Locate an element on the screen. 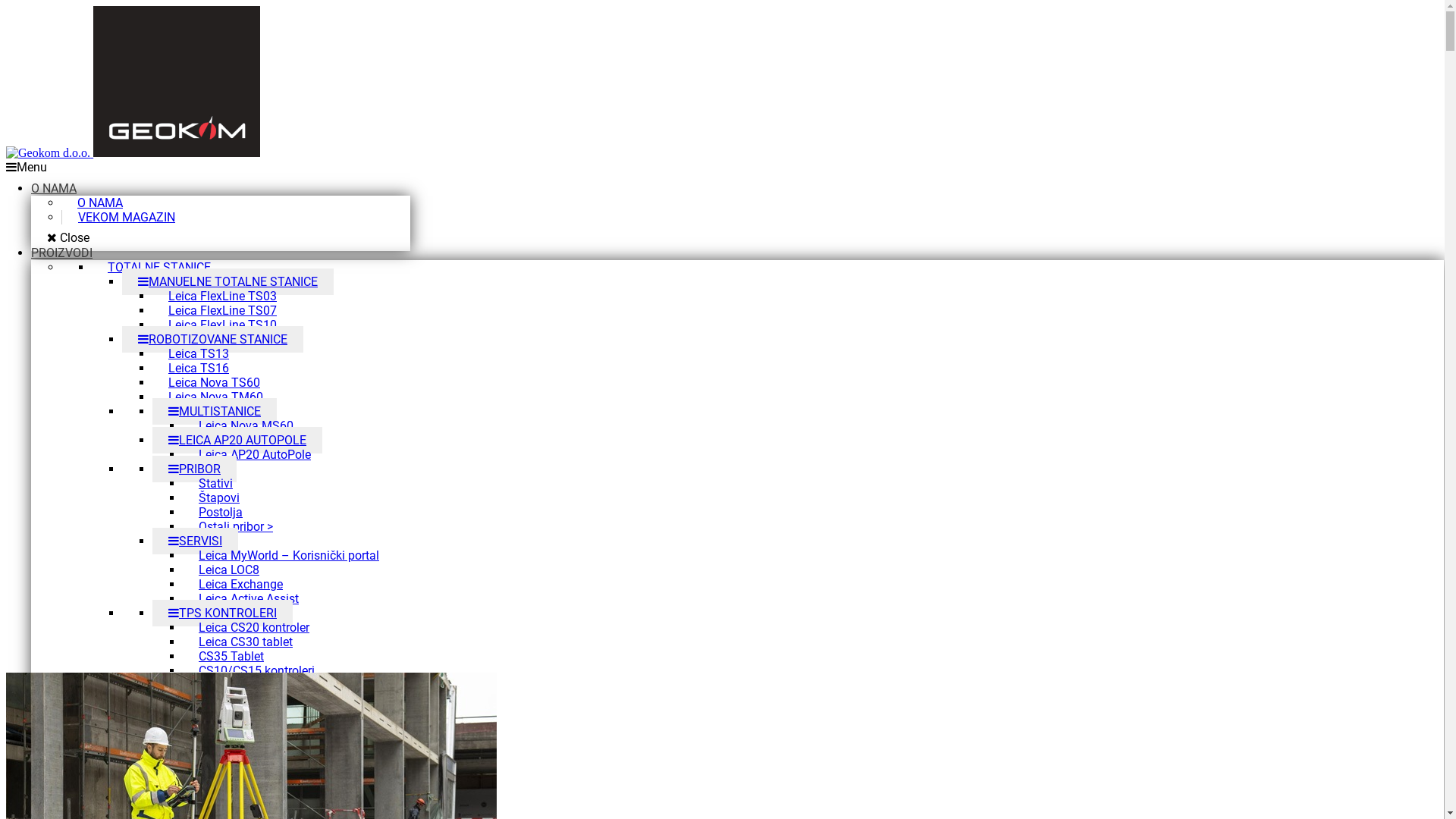 The image size is (1456, 819). 'TOTALNE STANICE' is located at coordinates (159, 266).